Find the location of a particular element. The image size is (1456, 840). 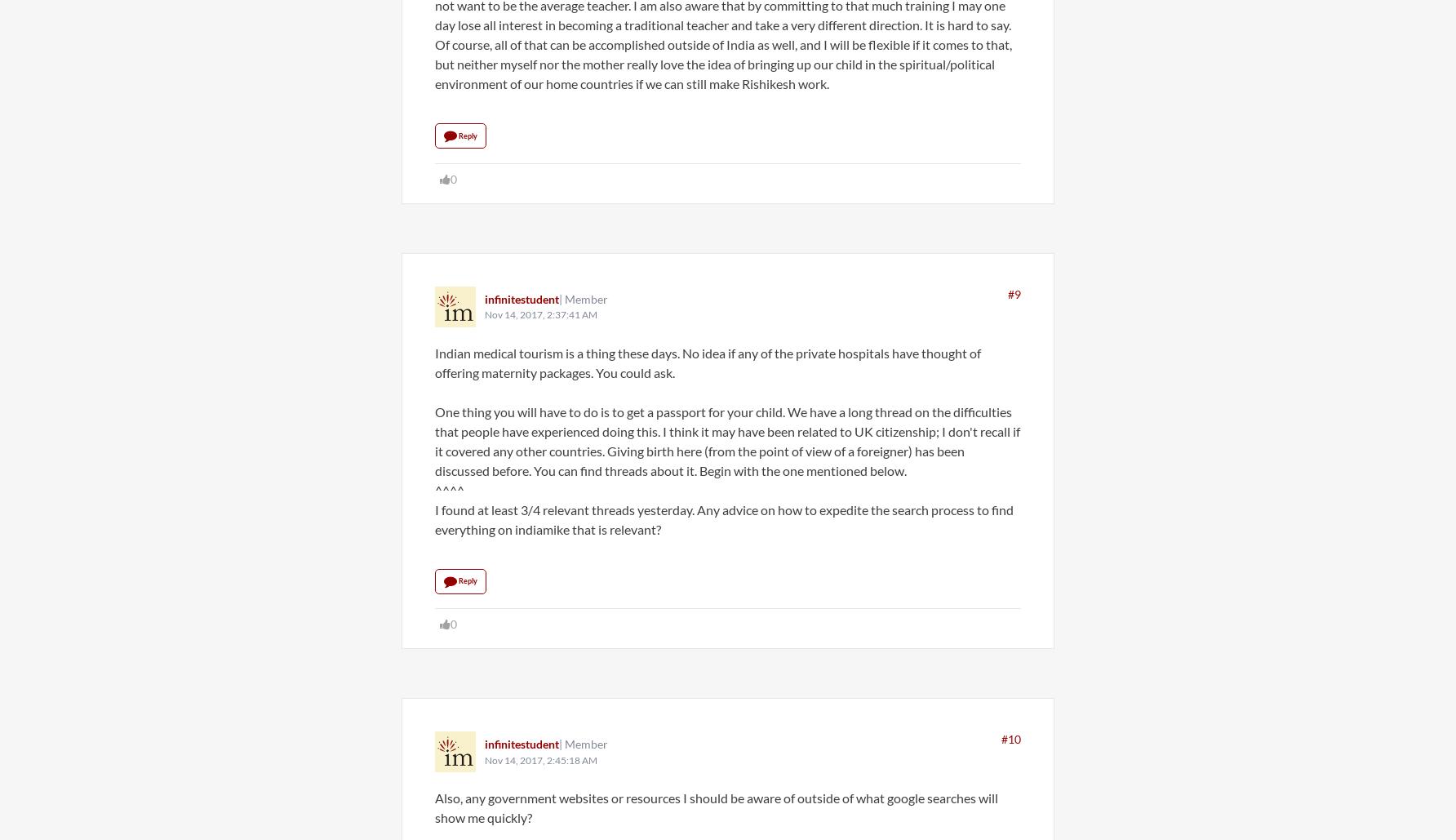

'Nov 14, 2017, 2:45:18 AM' is located at coordinates (539, 759).